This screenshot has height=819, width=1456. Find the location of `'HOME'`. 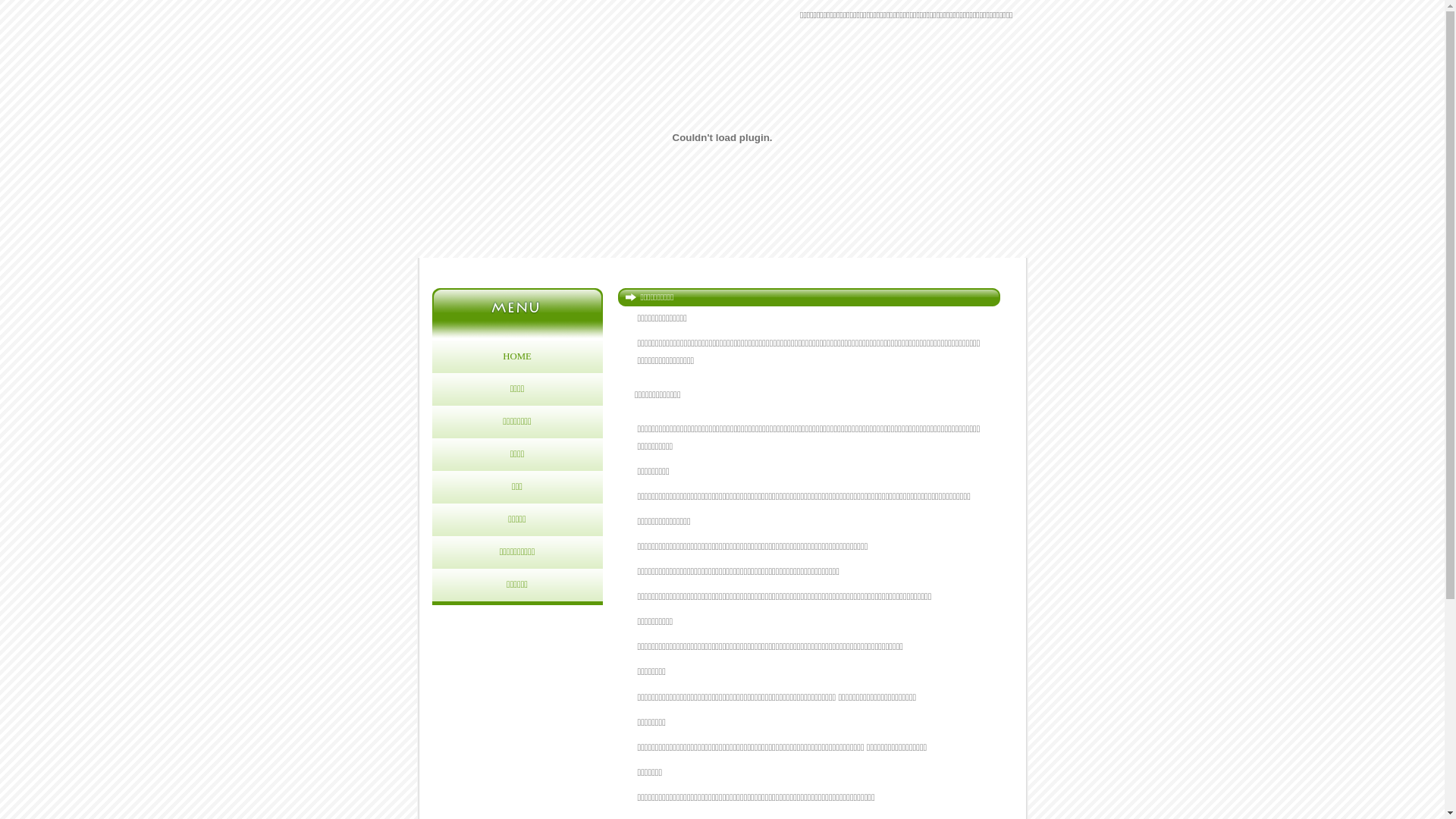

'HOME' is located at coordinates (517, 356).